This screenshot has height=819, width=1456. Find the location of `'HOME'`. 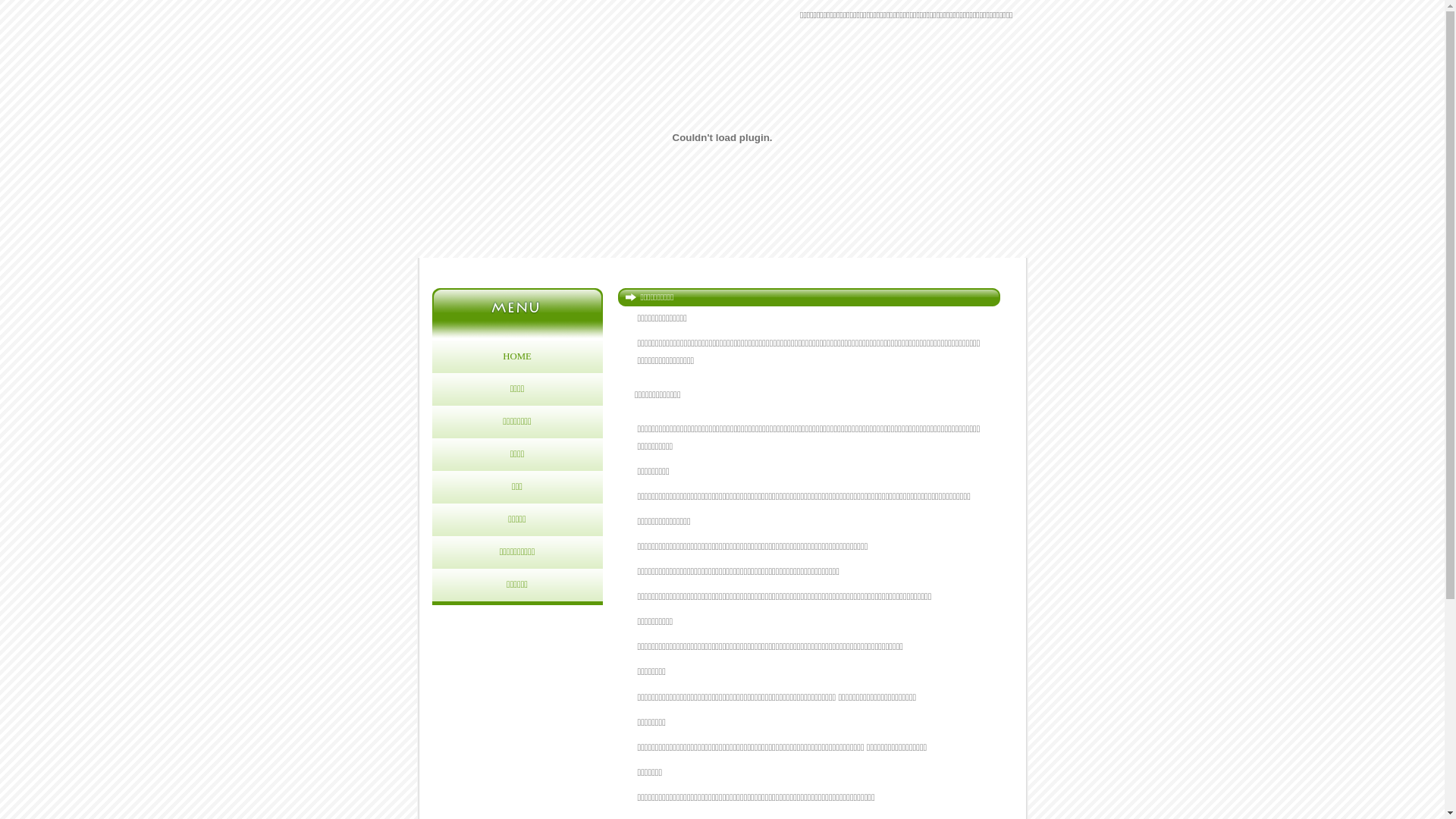

'HOME' is located at coordinates (517, 356).